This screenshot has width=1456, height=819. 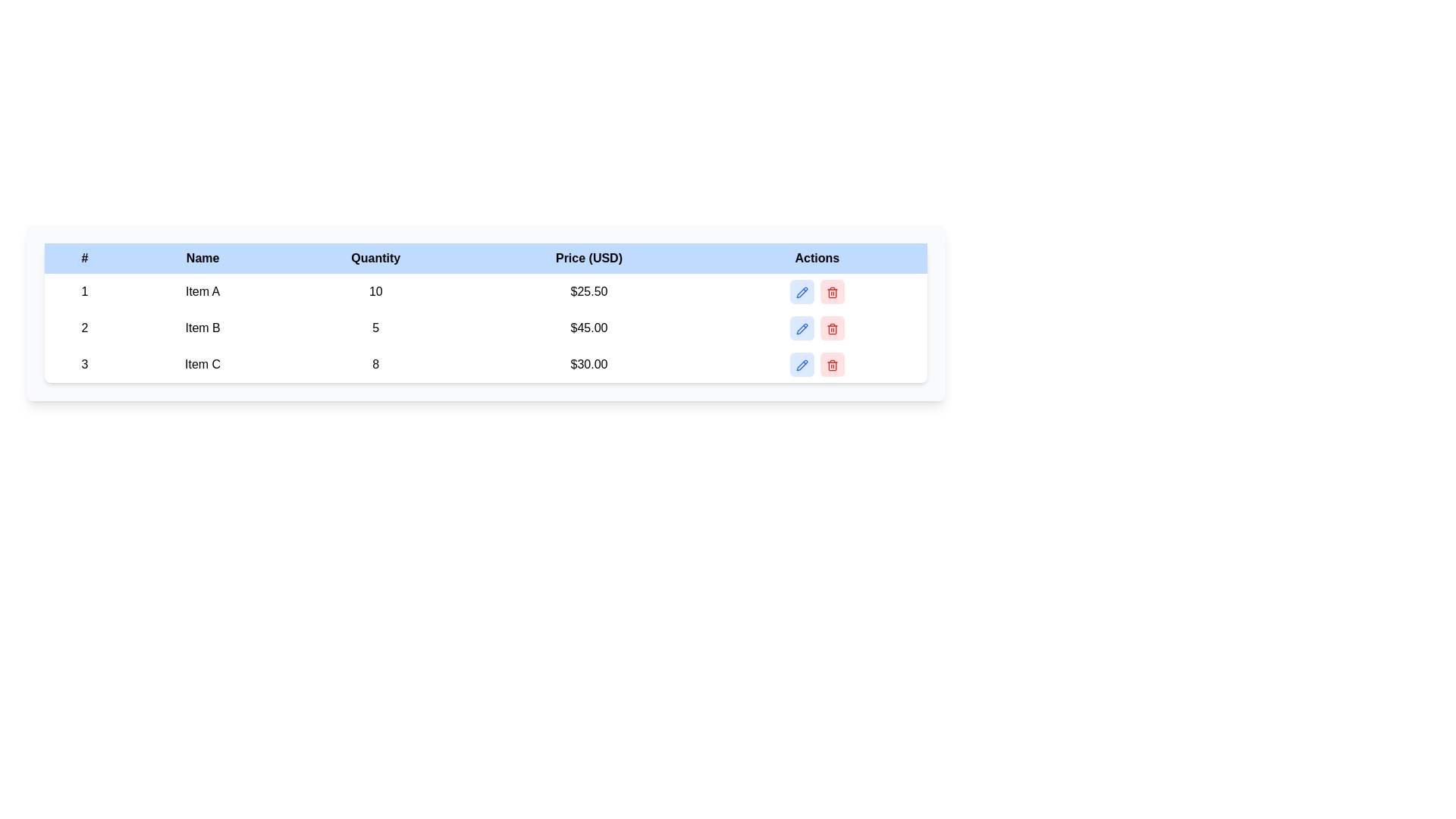 I want to click on the editor trigger icon located in the first position under the 'Actions' column of the third row in the table, so click(x=801, y=365).